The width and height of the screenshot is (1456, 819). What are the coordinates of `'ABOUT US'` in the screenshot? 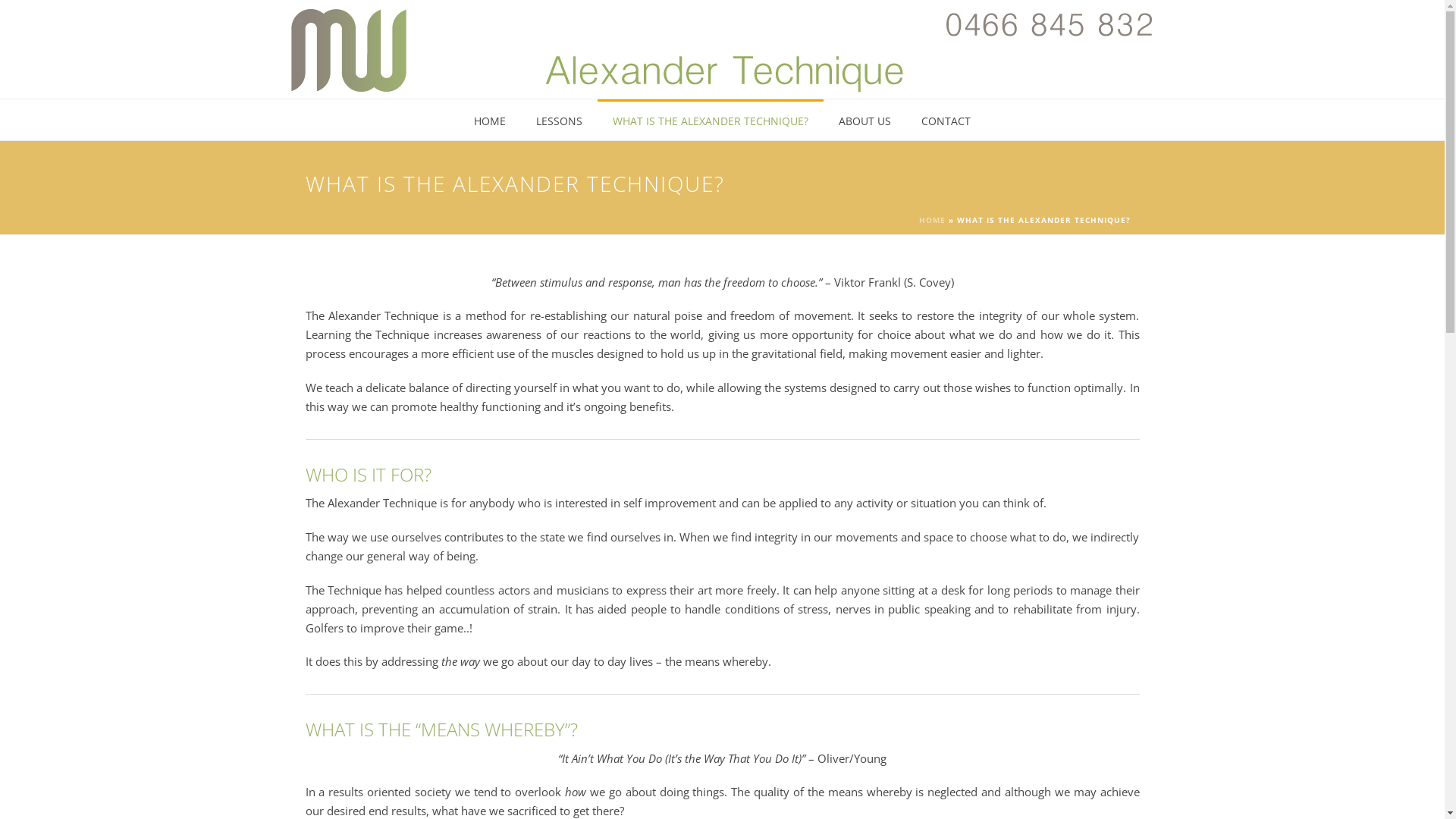 It's located at (864, 119).